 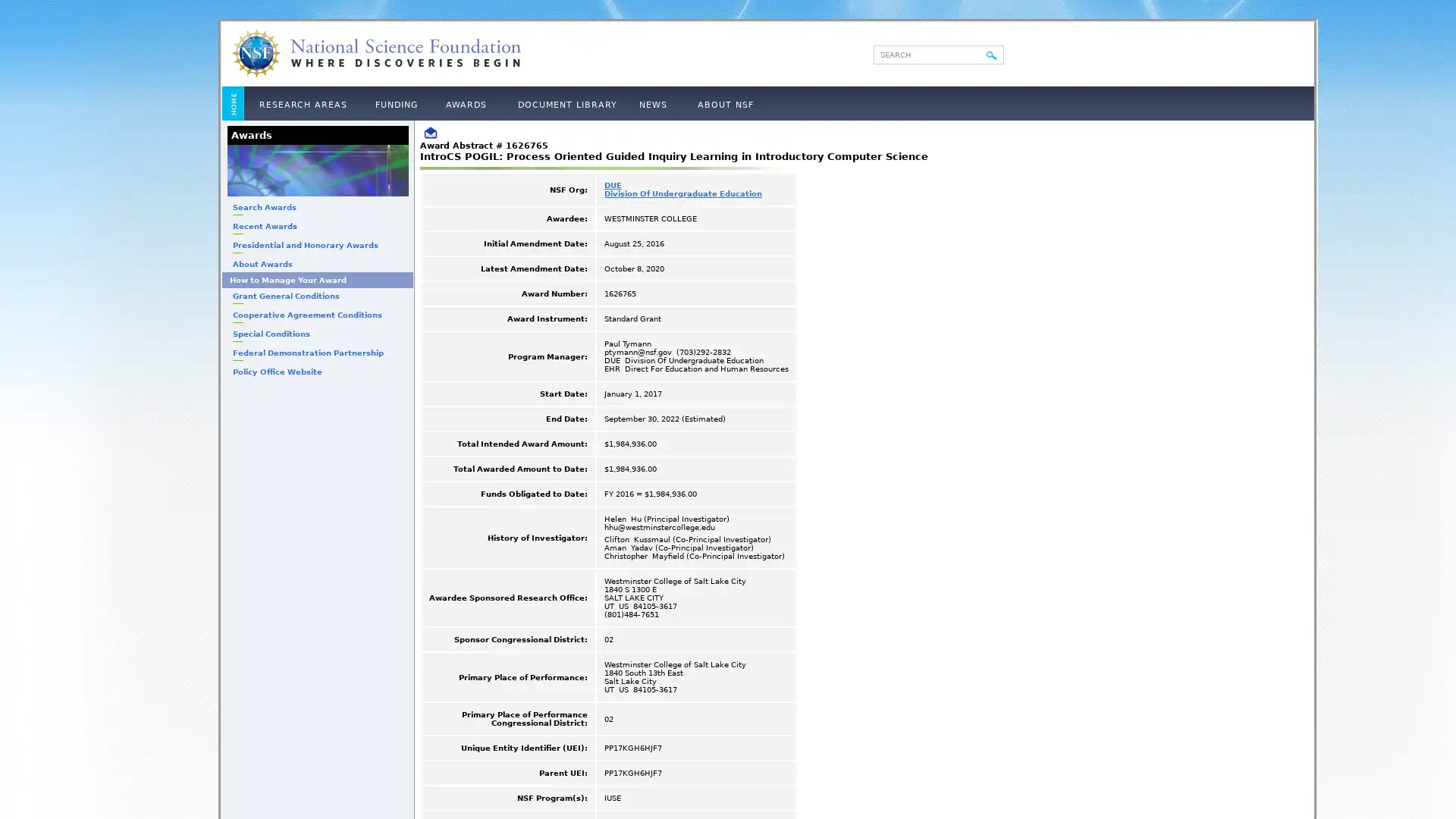 I want to click on Search, so click(x=992, y=55).